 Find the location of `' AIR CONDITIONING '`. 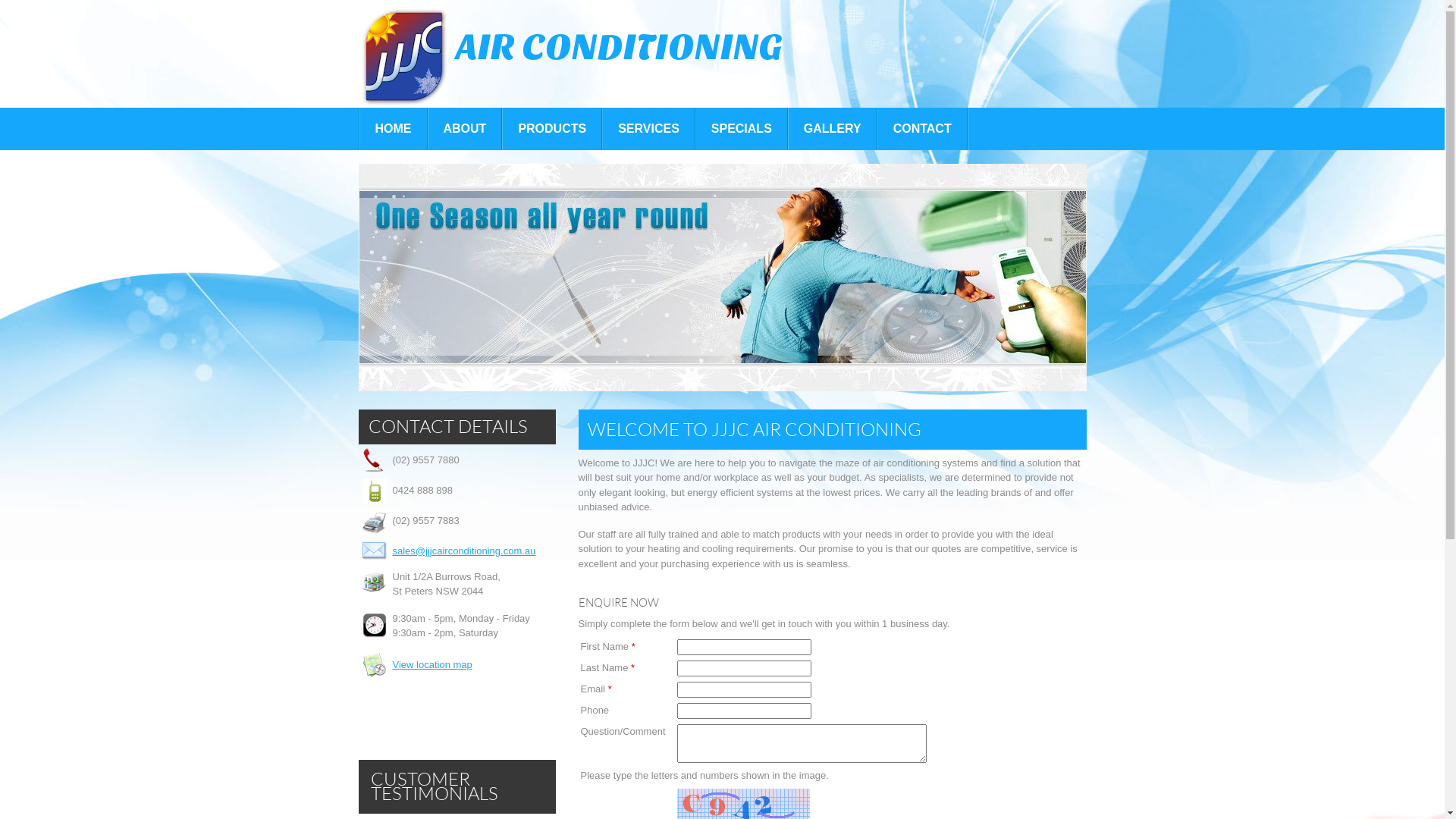

' AIR CONDITIONING ' is located at coordinates (573, 55).